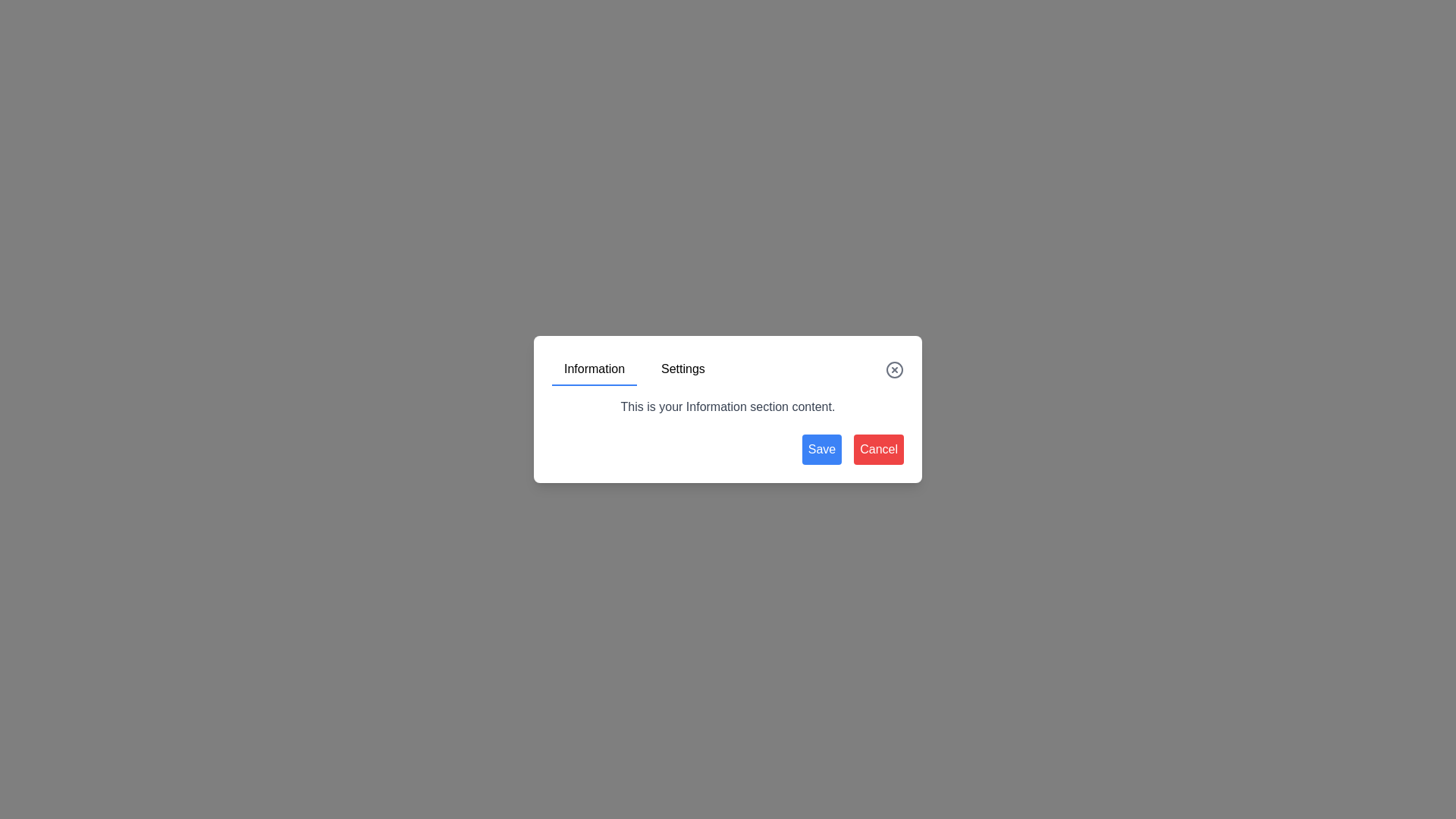 Image resolution: width=1456 pixels, height=819 pixels. I want to click on the 'Information' tab at the top left of the modal dialog, so click(593, 370).